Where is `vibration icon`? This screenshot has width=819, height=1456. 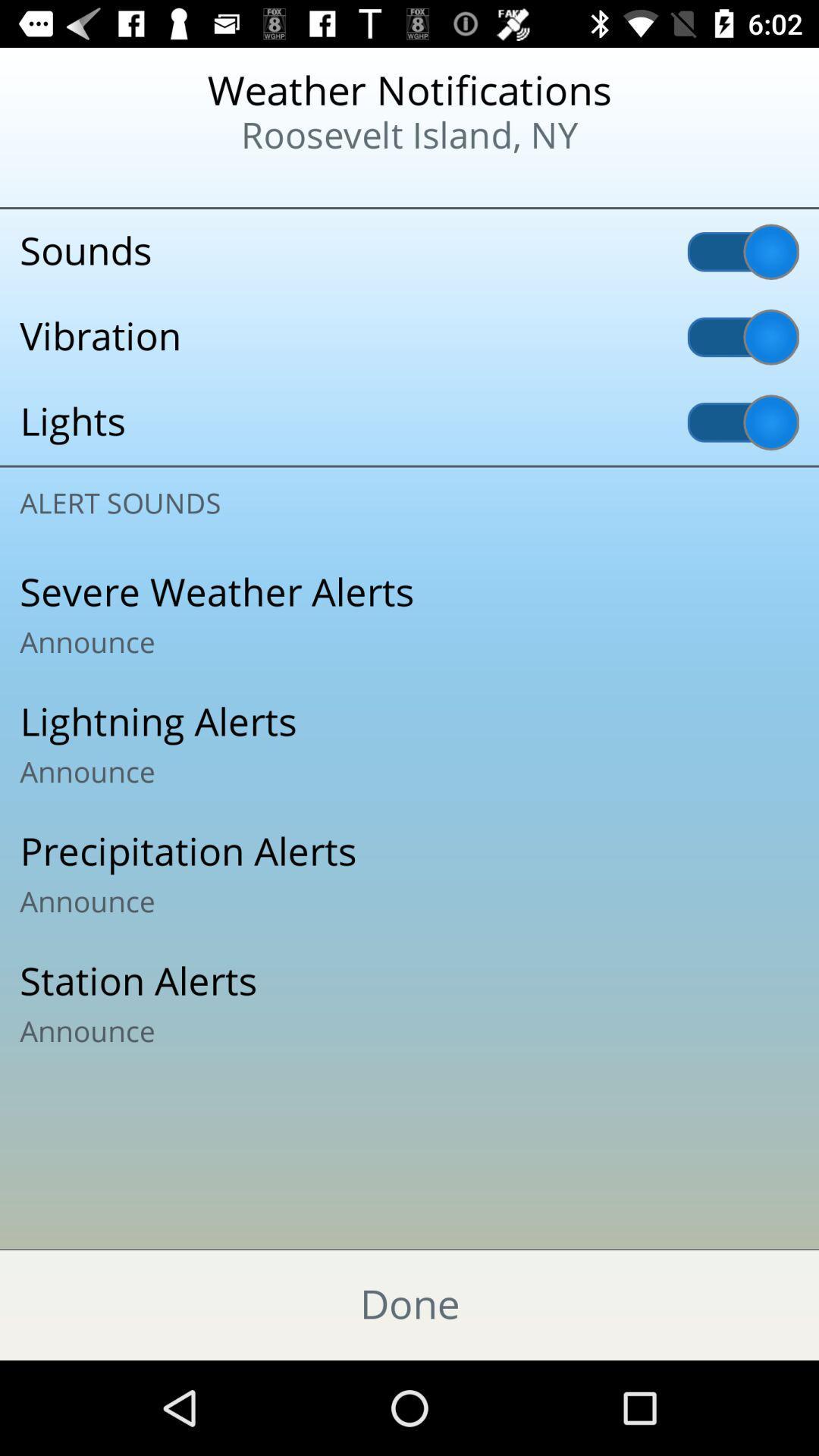 vibration icon is located at coordinates (409, 336).